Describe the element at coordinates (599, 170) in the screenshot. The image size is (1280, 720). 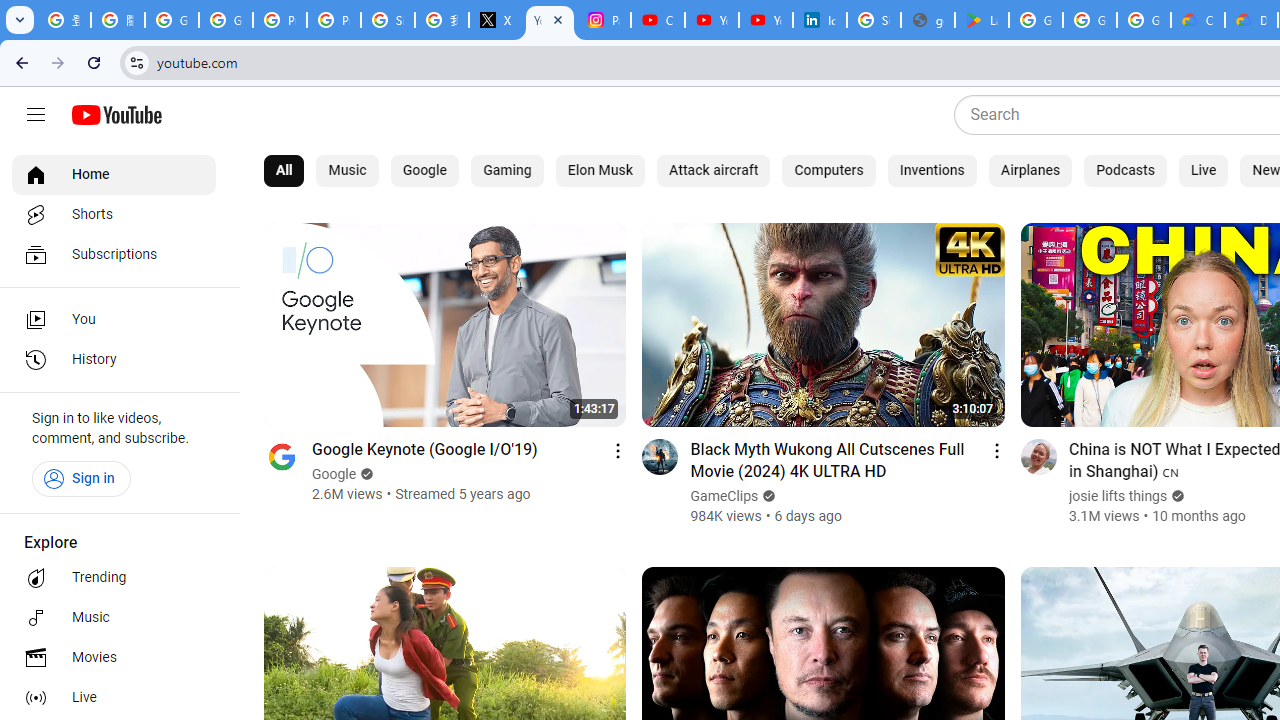
I see `'Elon Musk'` at that location.